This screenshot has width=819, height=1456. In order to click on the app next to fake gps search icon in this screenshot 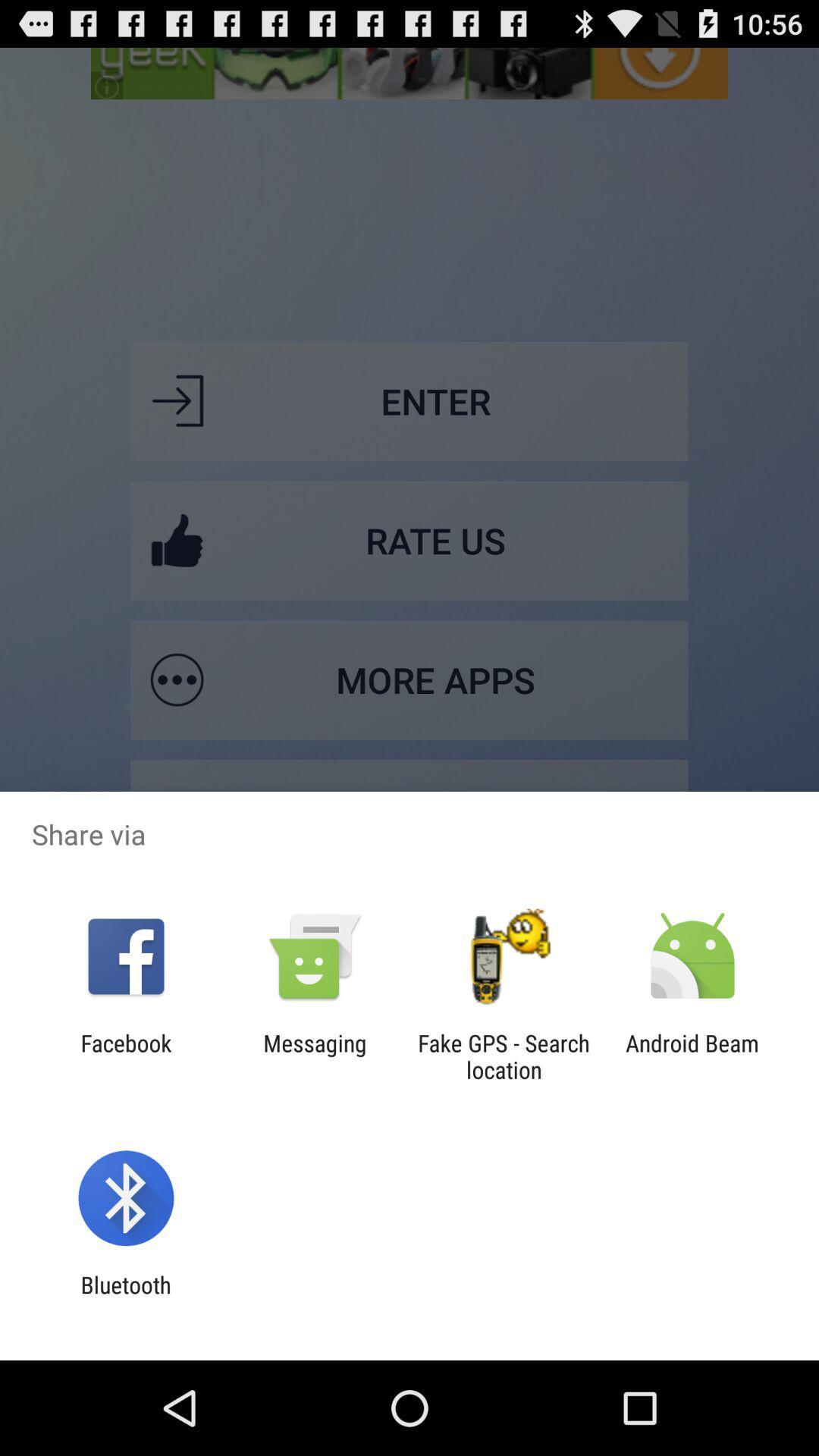, I will do `click(314, 1056)`.